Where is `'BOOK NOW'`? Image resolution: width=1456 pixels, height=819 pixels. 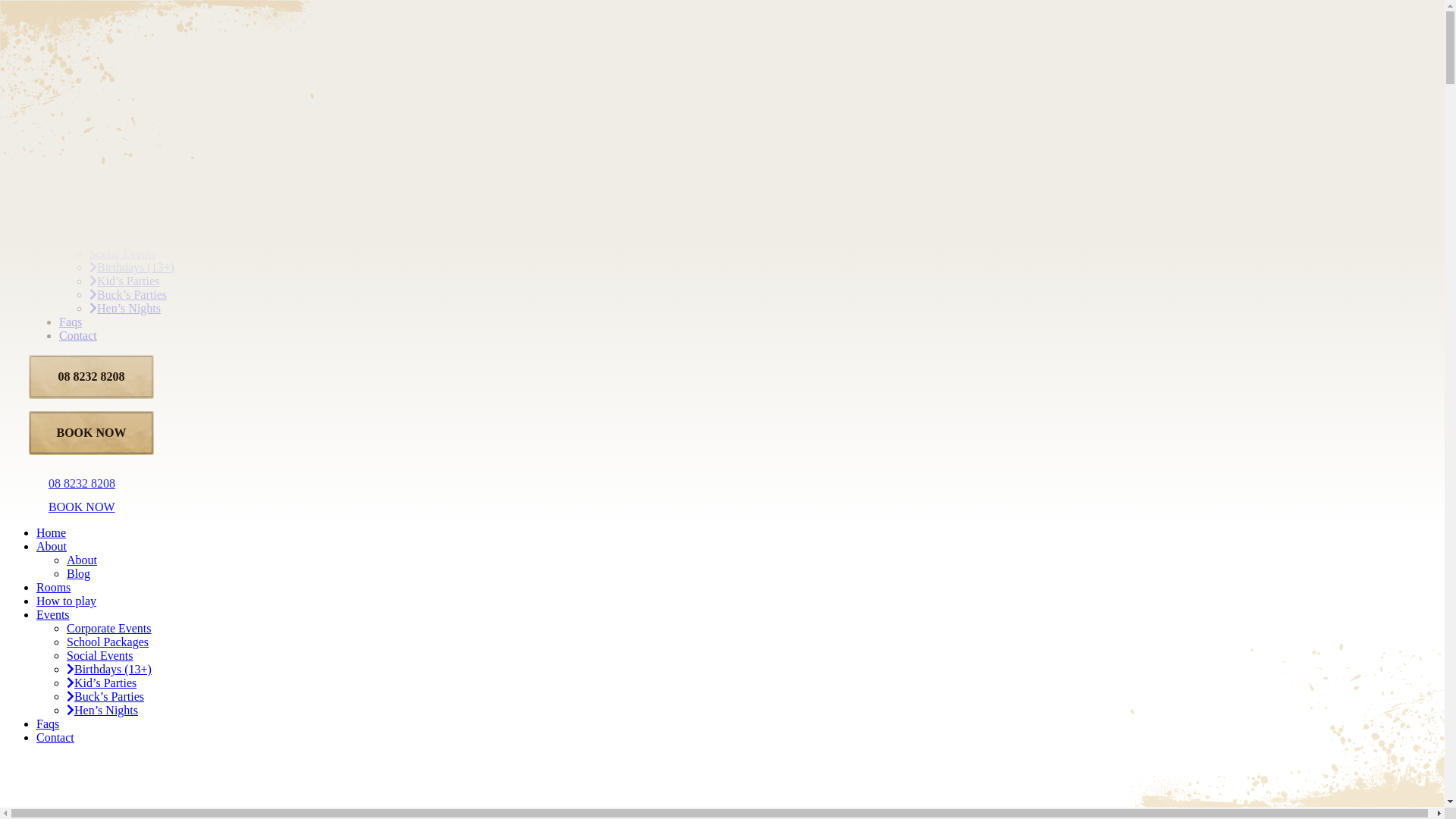 'BOOK NOW' is located at coordinates (29, 432).